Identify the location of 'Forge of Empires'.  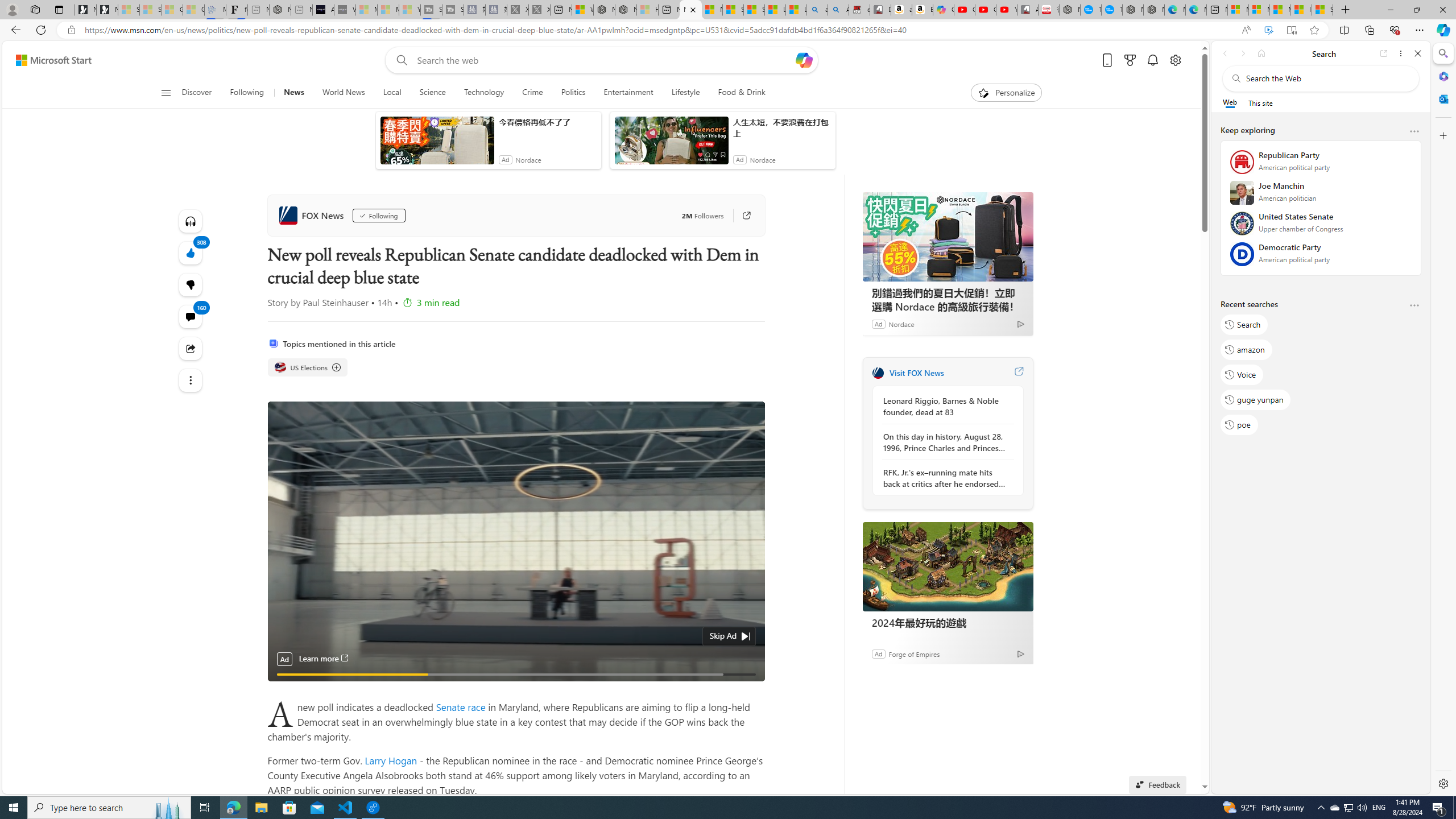
(913, 653).